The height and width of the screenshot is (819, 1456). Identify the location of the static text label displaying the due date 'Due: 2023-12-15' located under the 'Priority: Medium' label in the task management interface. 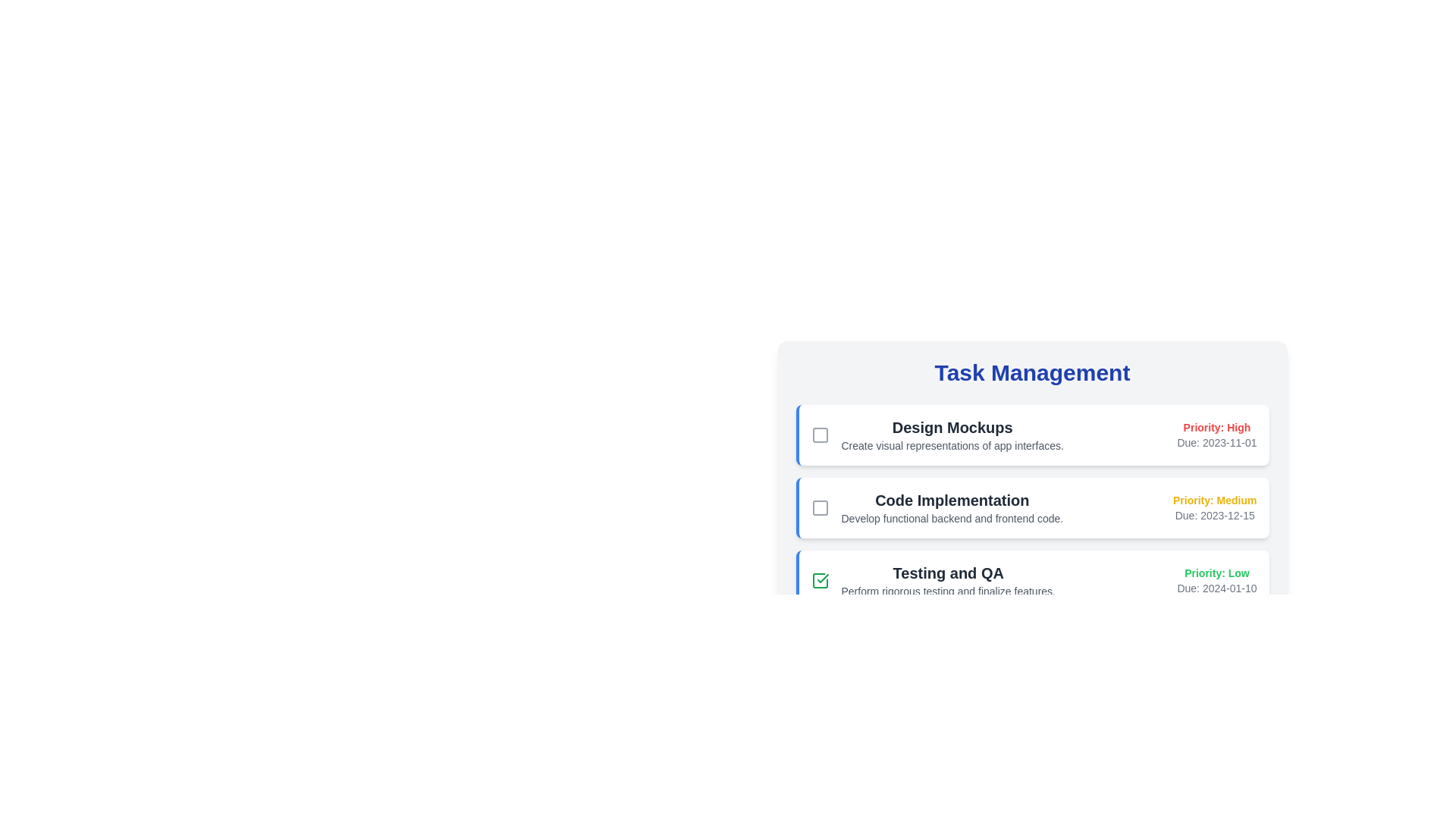
(1215, 514).